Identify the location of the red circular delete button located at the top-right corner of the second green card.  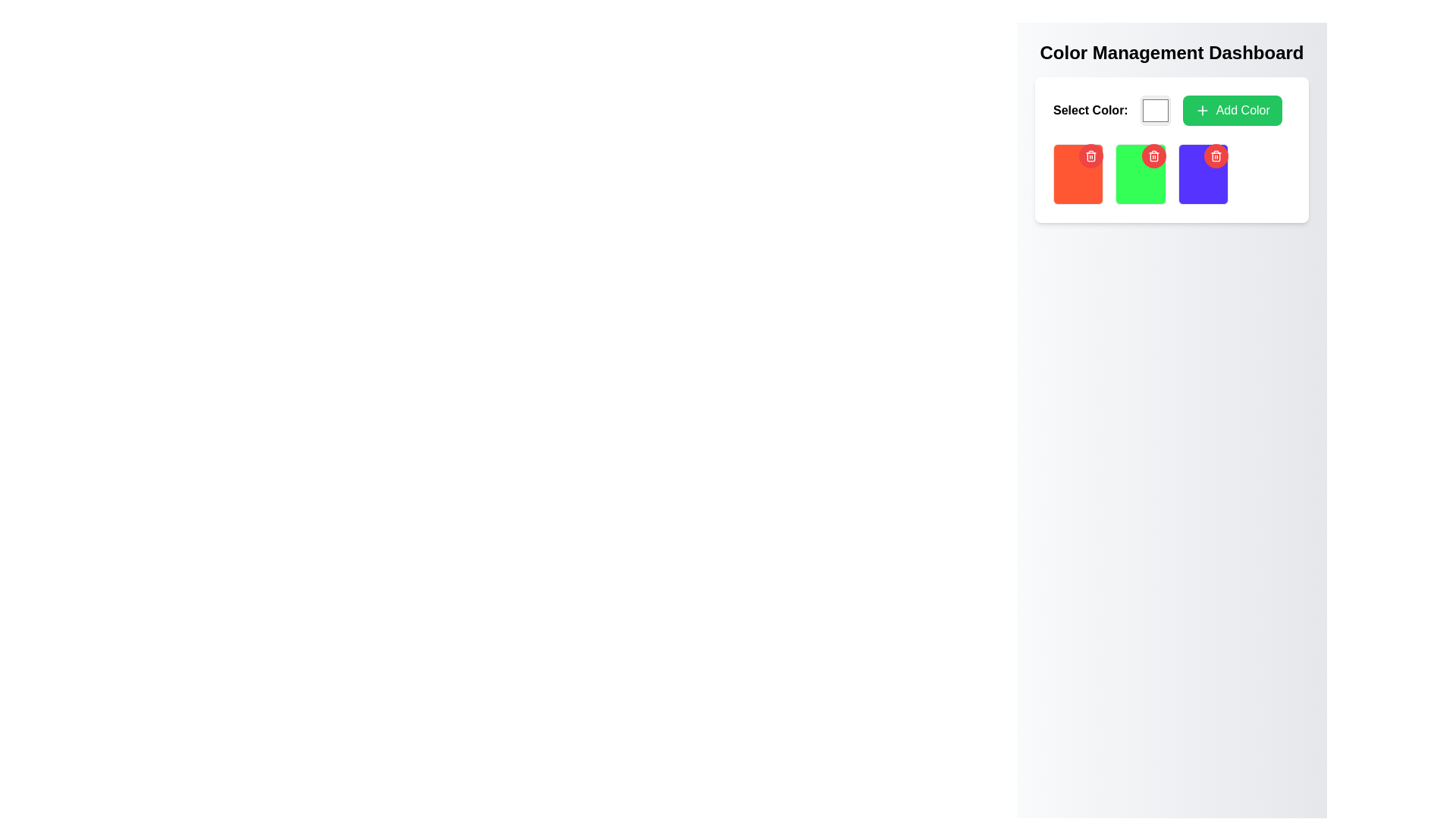
(1153, 155).